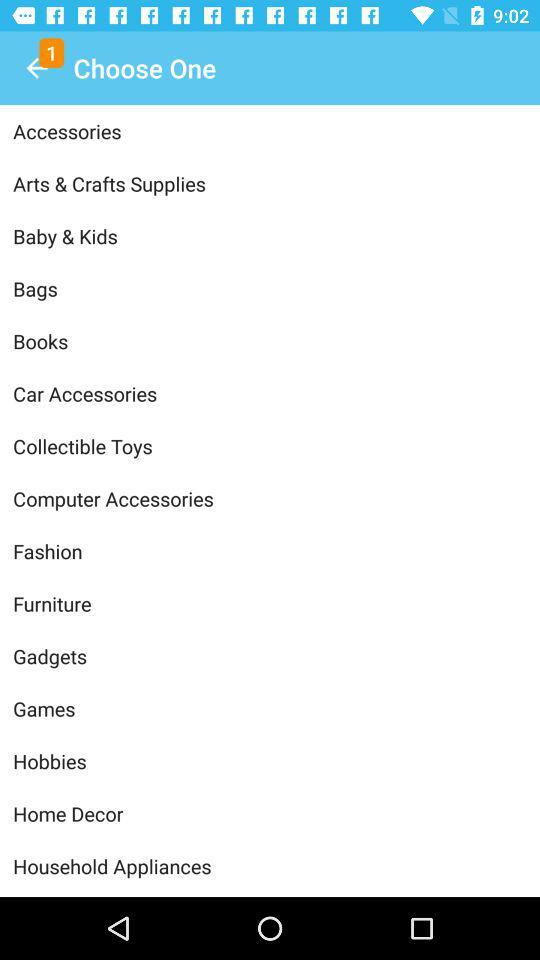 Image resolution: width=540 pixels, height=960 pixels. Describe the element at coordinates (270, 341) in the screenshot. I see `the books` at that location.